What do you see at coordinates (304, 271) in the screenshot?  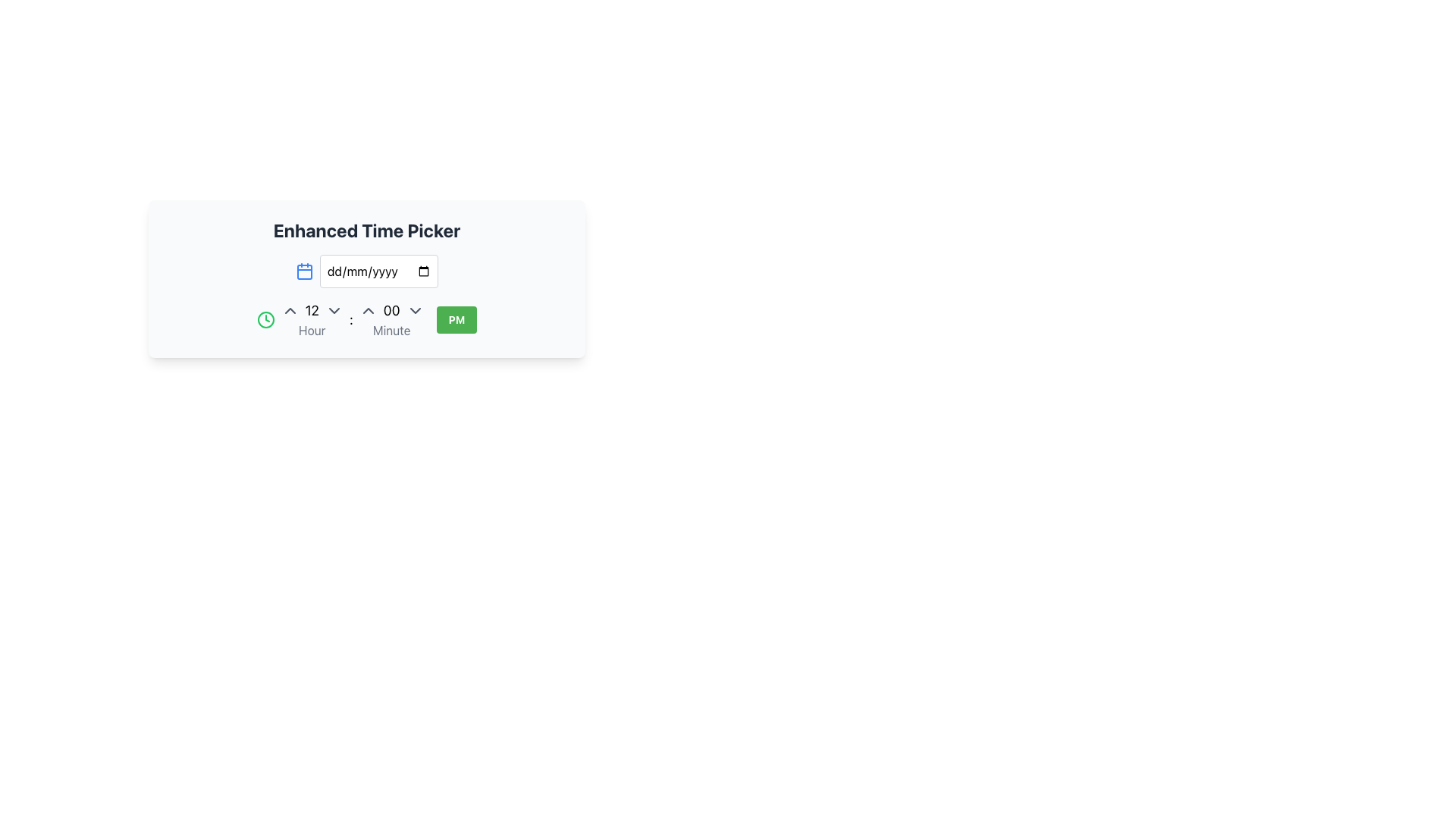 I see `the calendar icon located immediately to the left of the 'dd/mm/yyyy' text field, which signifies a date-picker functionality` at bounding box center [304, 271].